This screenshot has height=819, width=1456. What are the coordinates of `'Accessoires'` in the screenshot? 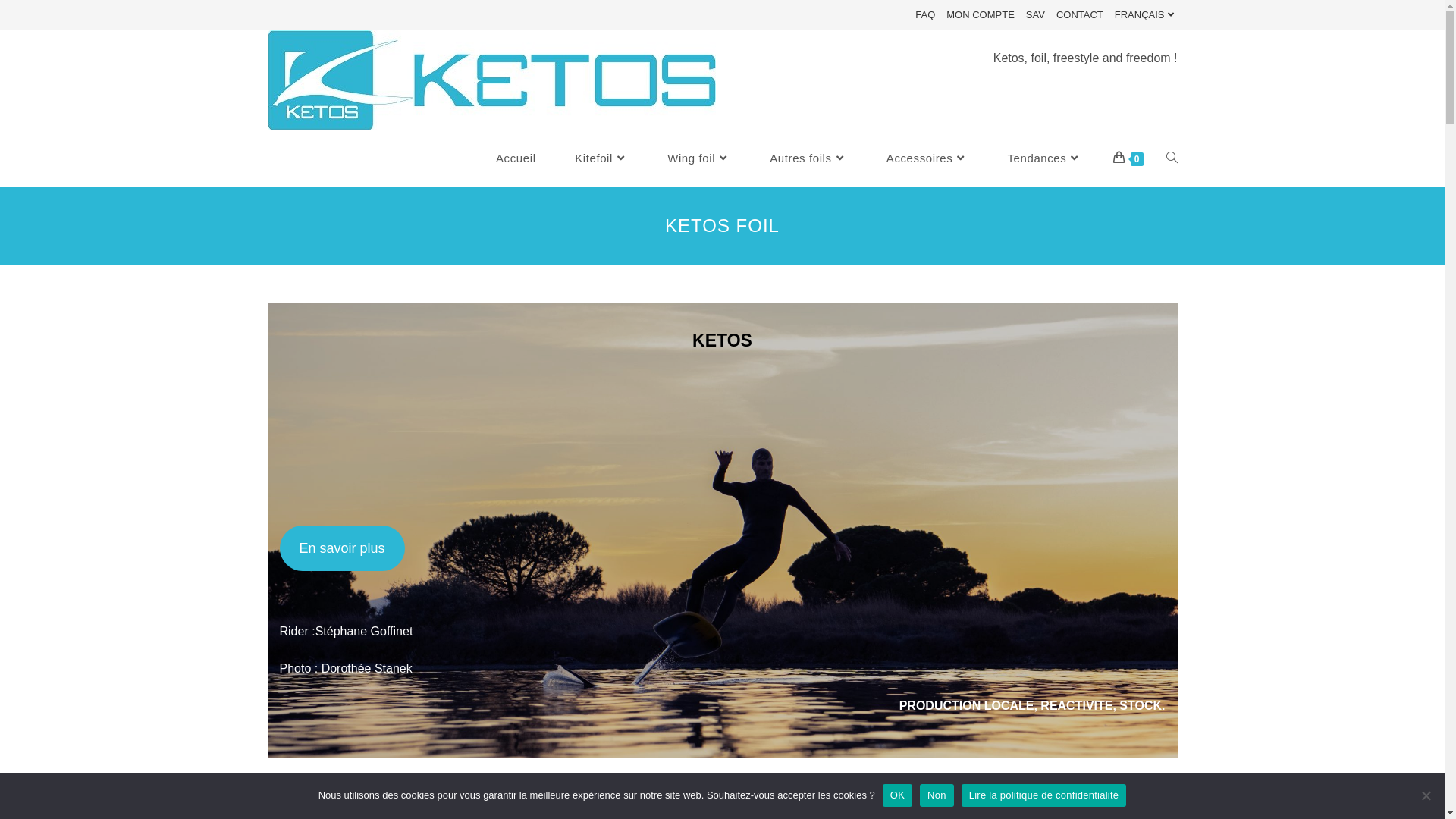 It's located at (866, 158).